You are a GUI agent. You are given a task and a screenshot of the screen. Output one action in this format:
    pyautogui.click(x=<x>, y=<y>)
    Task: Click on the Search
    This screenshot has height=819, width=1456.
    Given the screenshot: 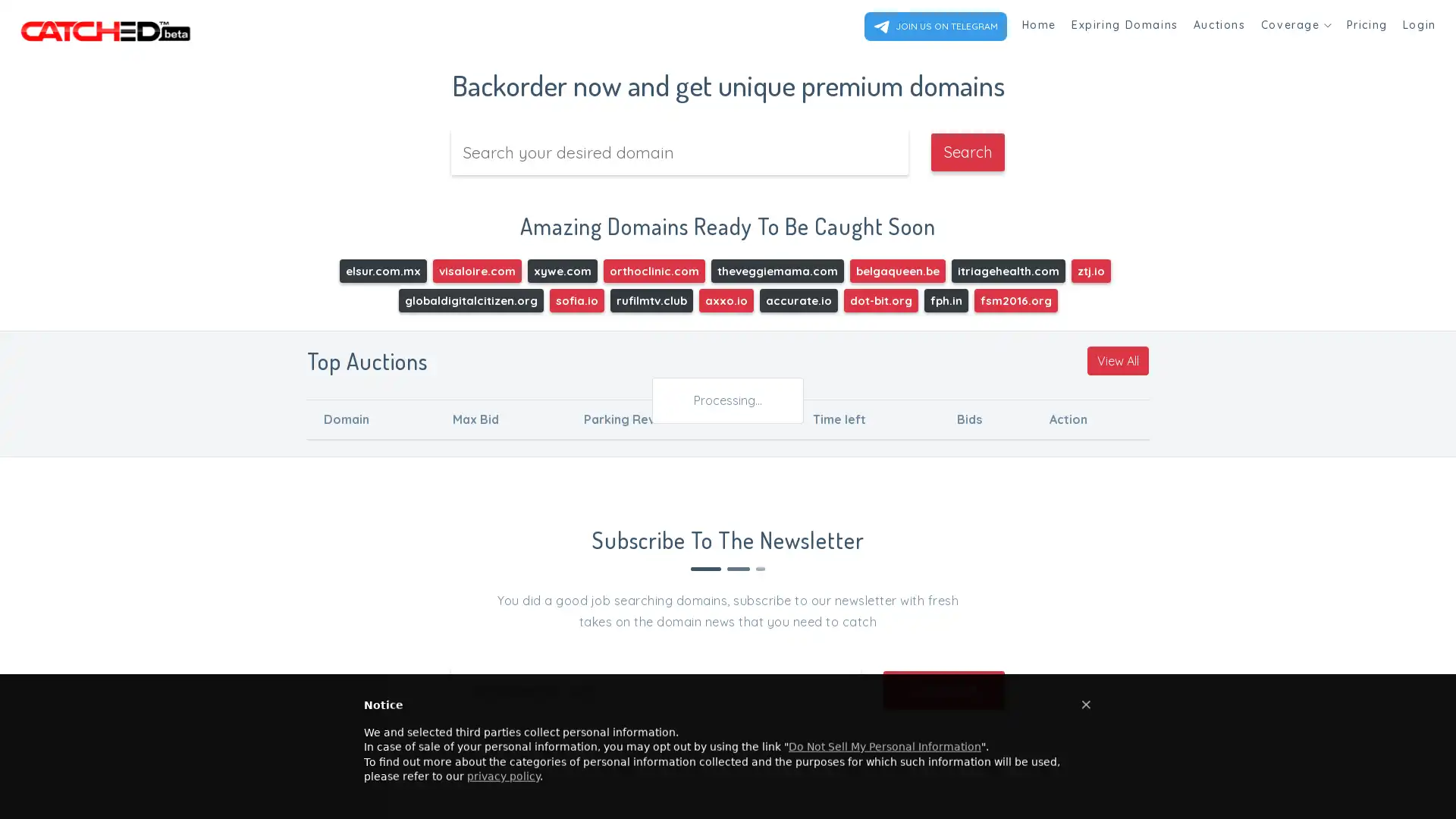 What is the action you would take?
    pyautogui.click(x=967, y=152)
    